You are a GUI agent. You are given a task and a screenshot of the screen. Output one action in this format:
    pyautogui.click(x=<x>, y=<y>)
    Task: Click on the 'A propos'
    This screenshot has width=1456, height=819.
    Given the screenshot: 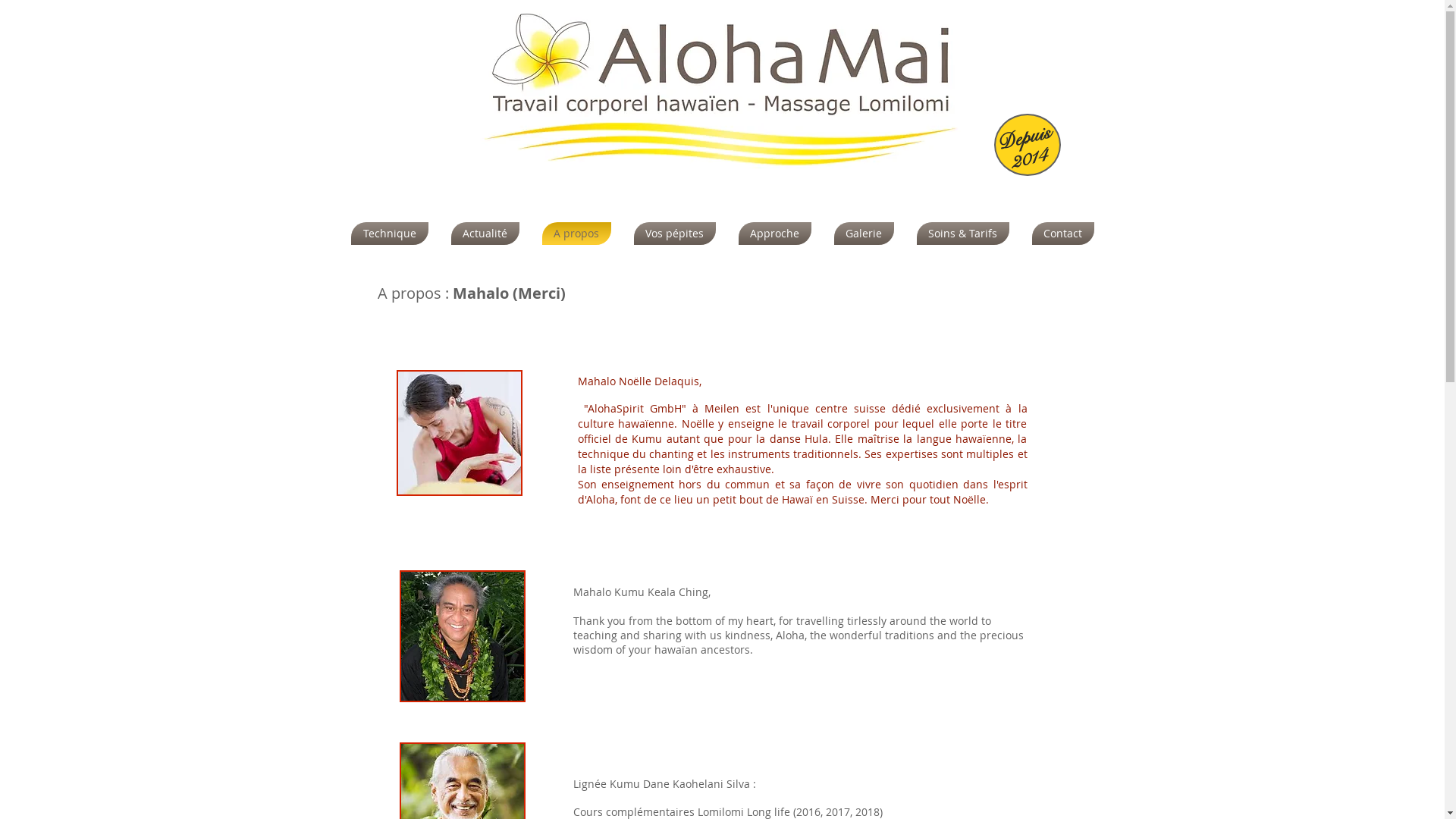 What is the action you would take?
    pyautogui.click(x=576, y=234)
    